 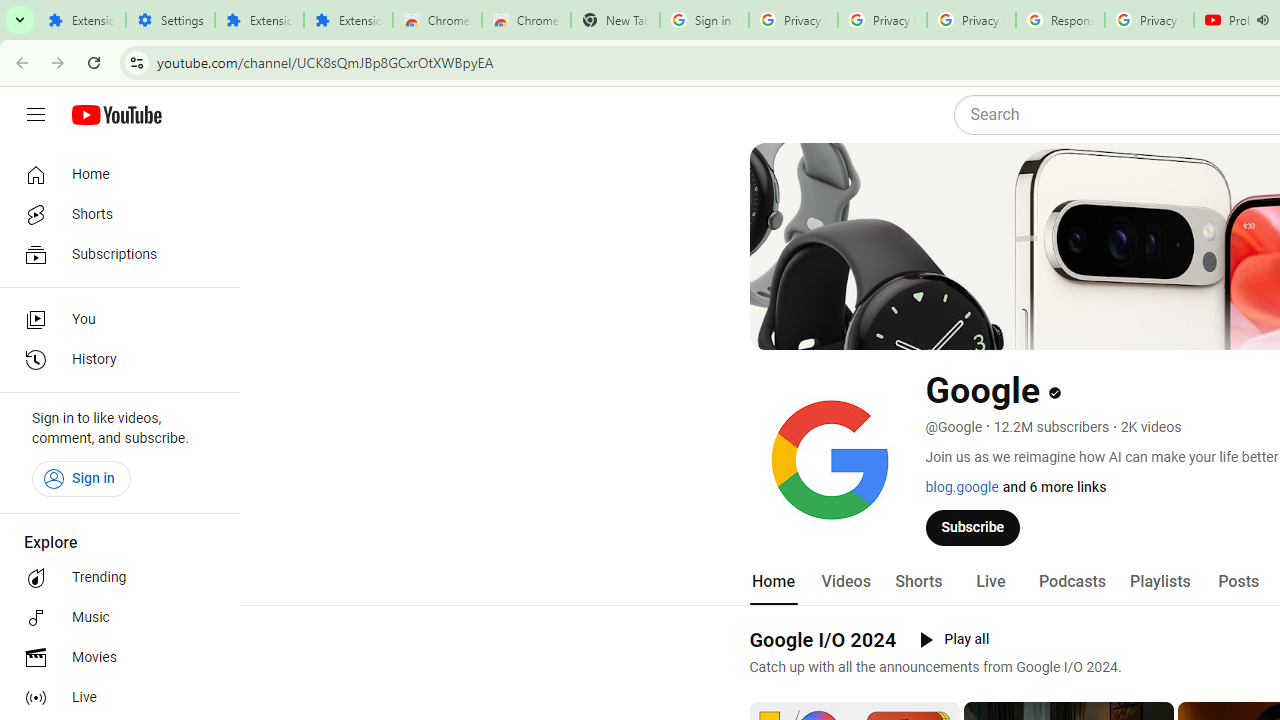 I want to click on 'Home', so click(x=112, y=173).